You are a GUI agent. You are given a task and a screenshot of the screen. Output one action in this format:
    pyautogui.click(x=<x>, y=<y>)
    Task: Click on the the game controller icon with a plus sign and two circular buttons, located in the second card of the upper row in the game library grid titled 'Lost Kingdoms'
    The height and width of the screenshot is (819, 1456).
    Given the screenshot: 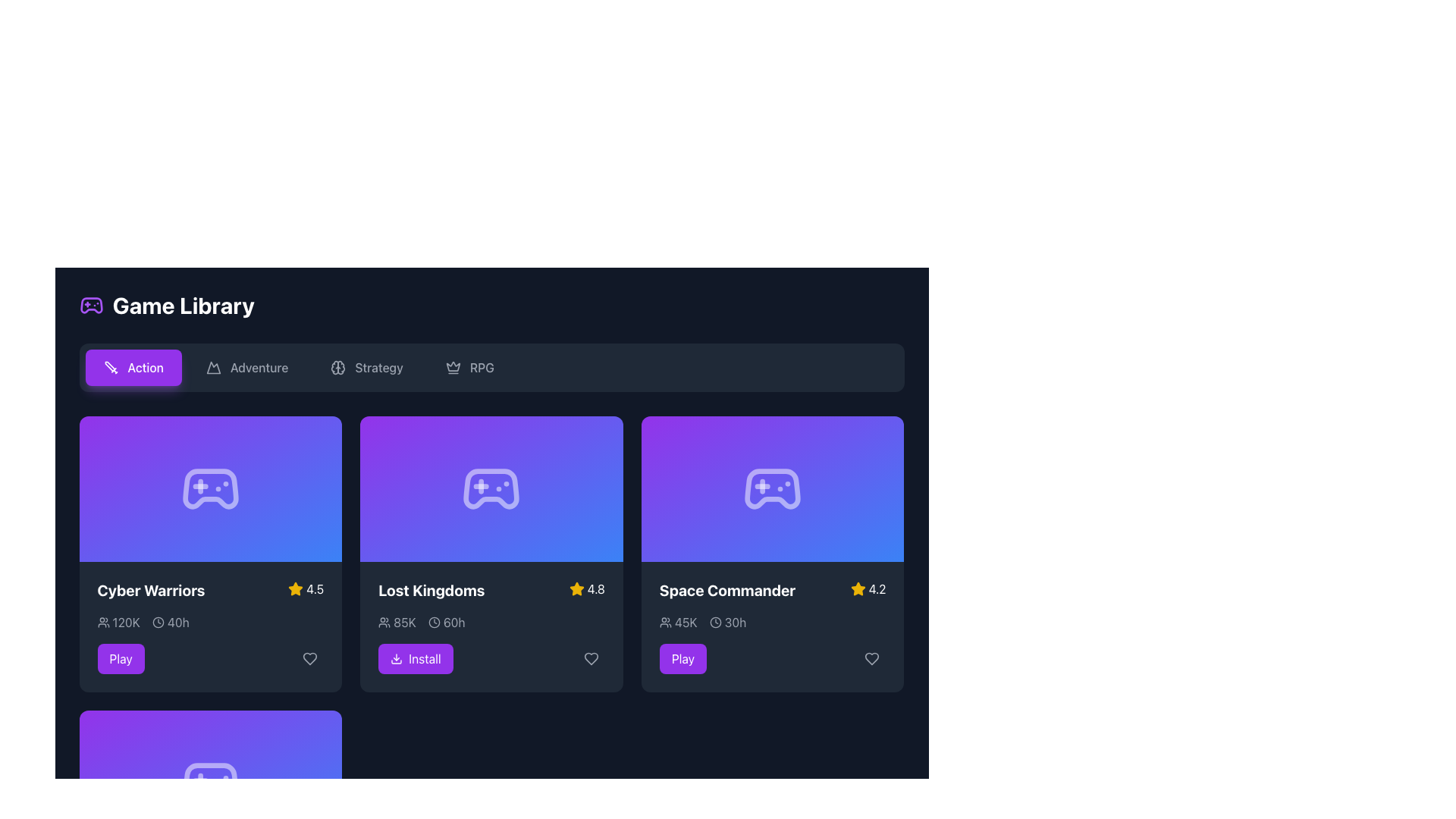 What is the action you would take?
    pyautogui.click(x=491, y=488)
    